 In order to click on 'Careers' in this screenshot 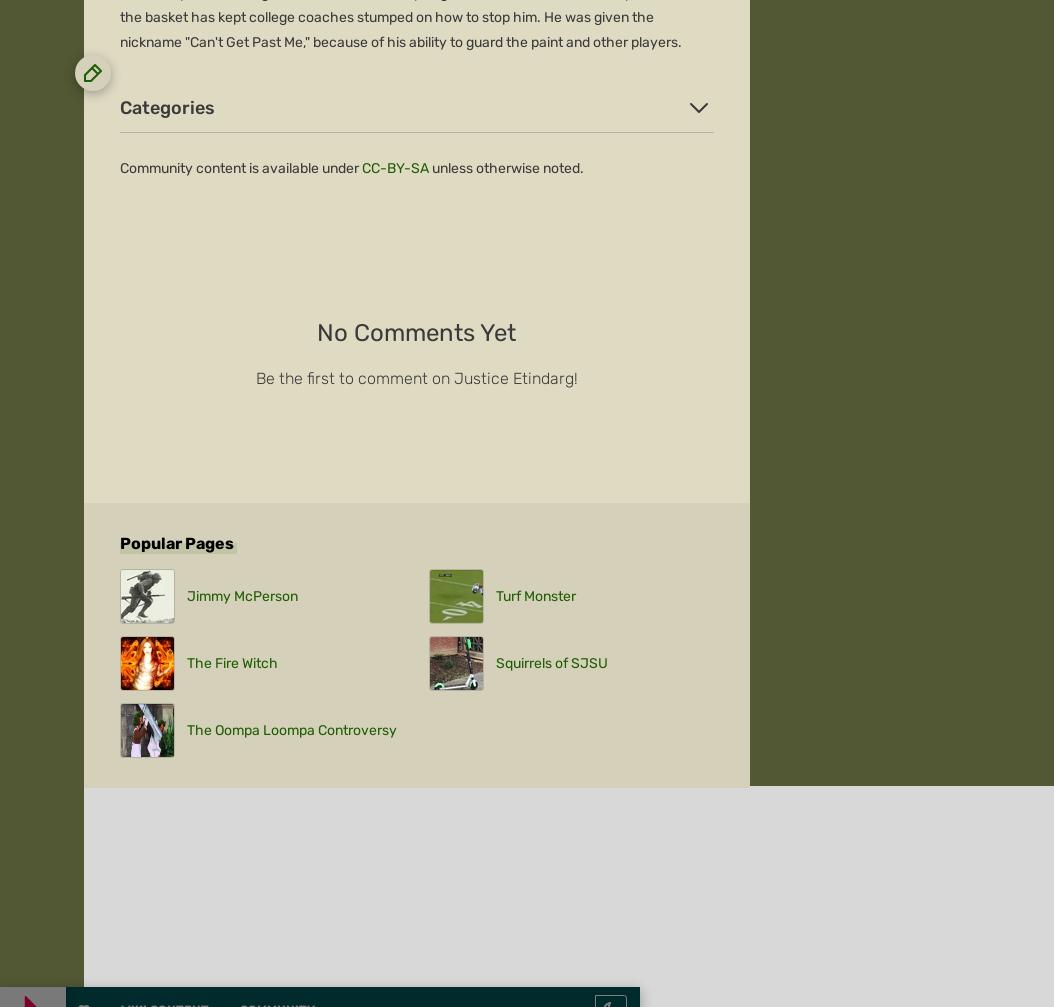, I will do `click(83, 298)`.